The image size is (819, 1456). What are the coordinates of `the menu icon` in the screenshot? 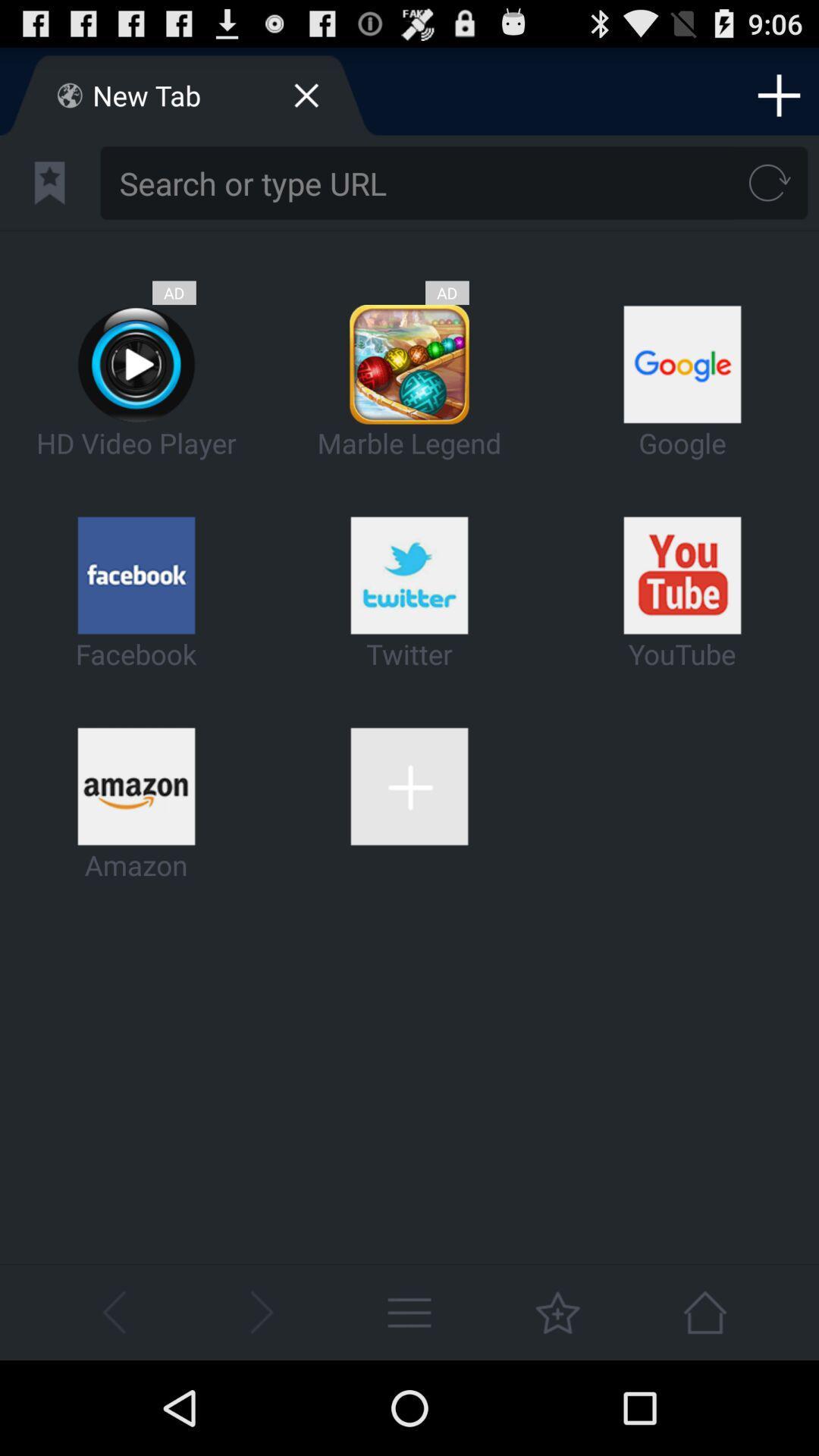 It's located at (409, 1404).